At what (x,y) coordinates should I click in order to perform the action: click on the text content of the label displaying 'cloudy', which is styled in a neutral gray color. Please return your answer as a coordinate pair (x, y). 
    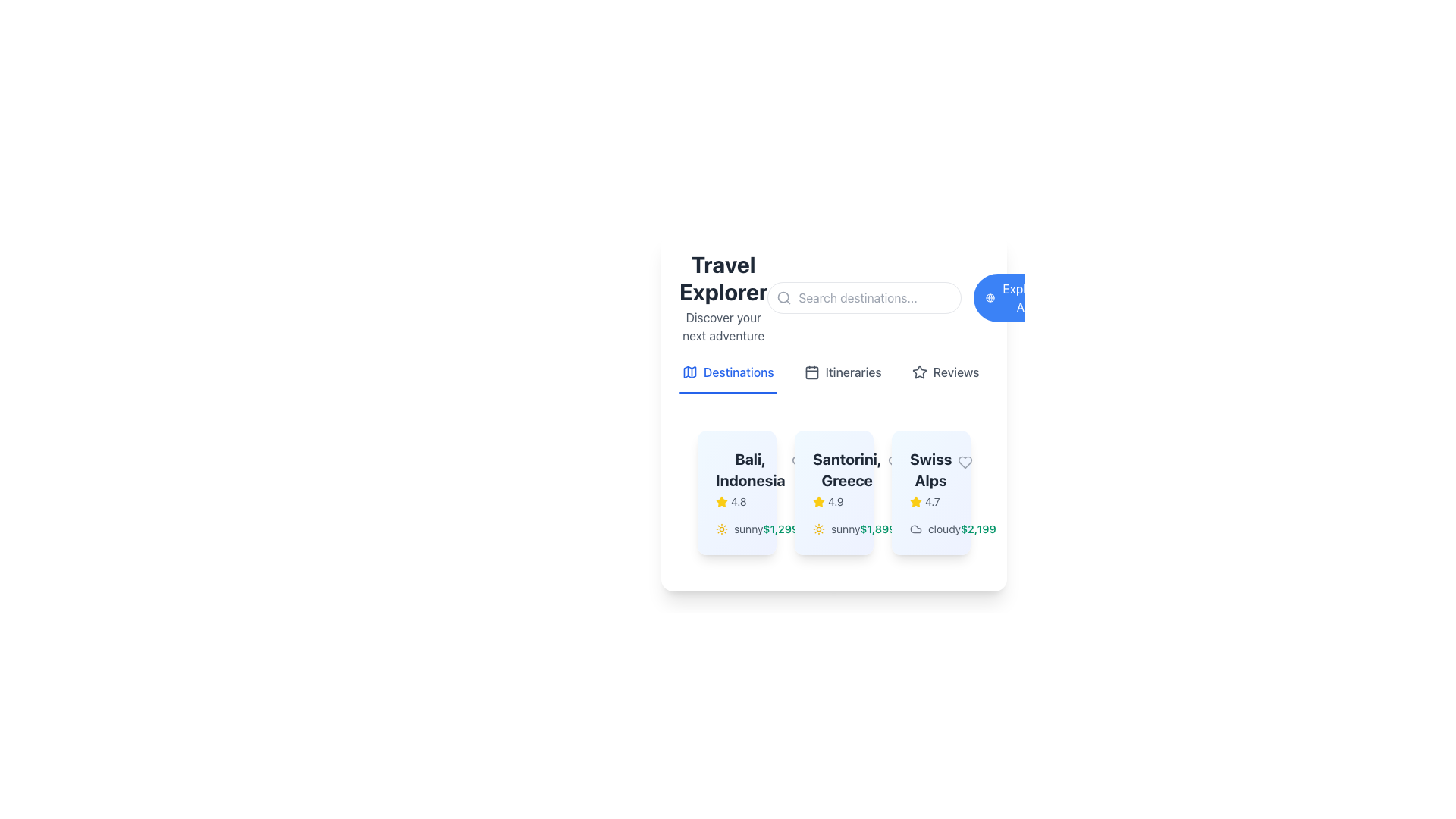
    Looking at the image, I should click on (943, 529).